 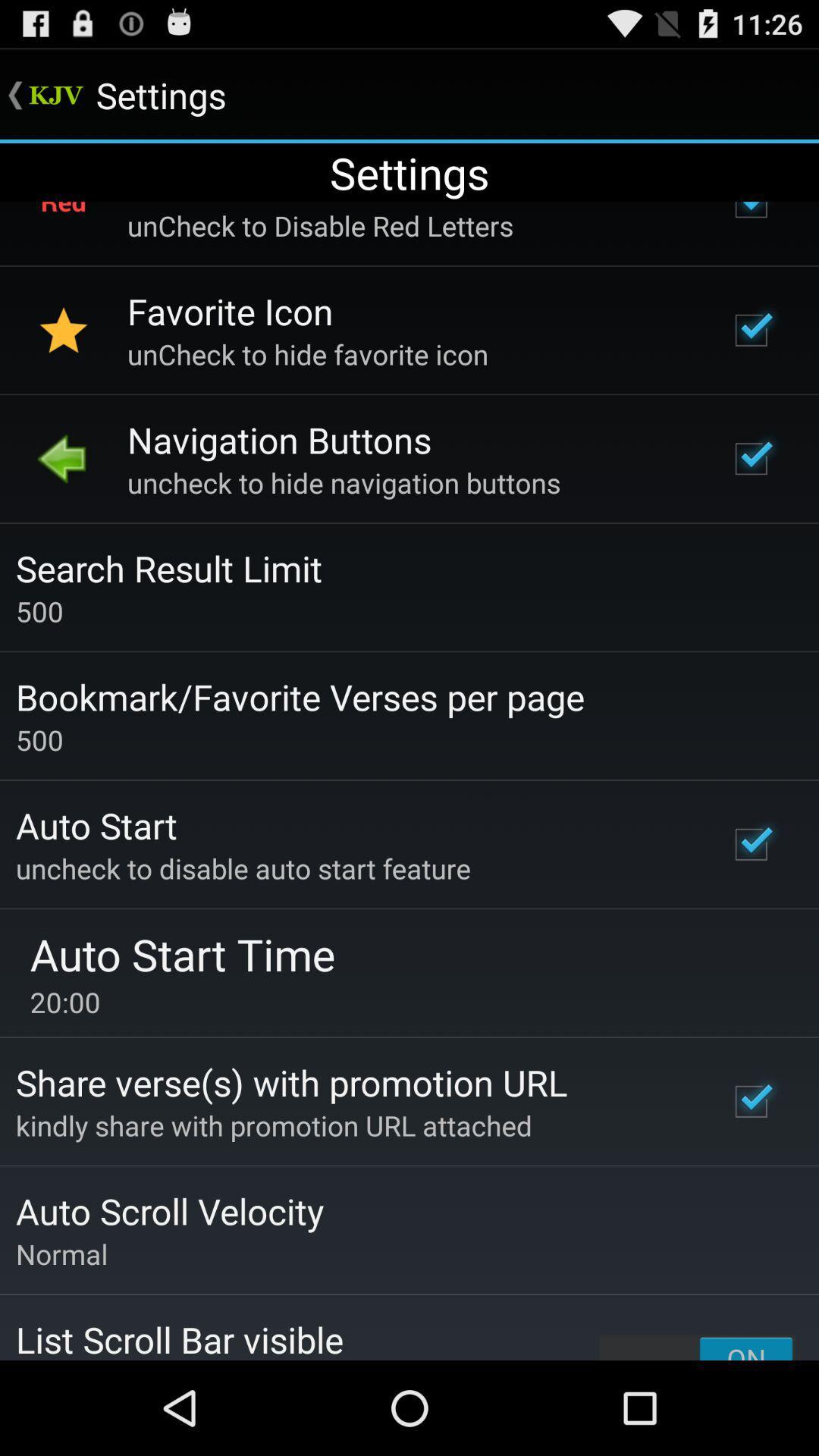 What do you see at coordinates (63, 457) in the screenshot?
I see `the left arrow icon left to navigation buttons` at bounding box center [63, 457].